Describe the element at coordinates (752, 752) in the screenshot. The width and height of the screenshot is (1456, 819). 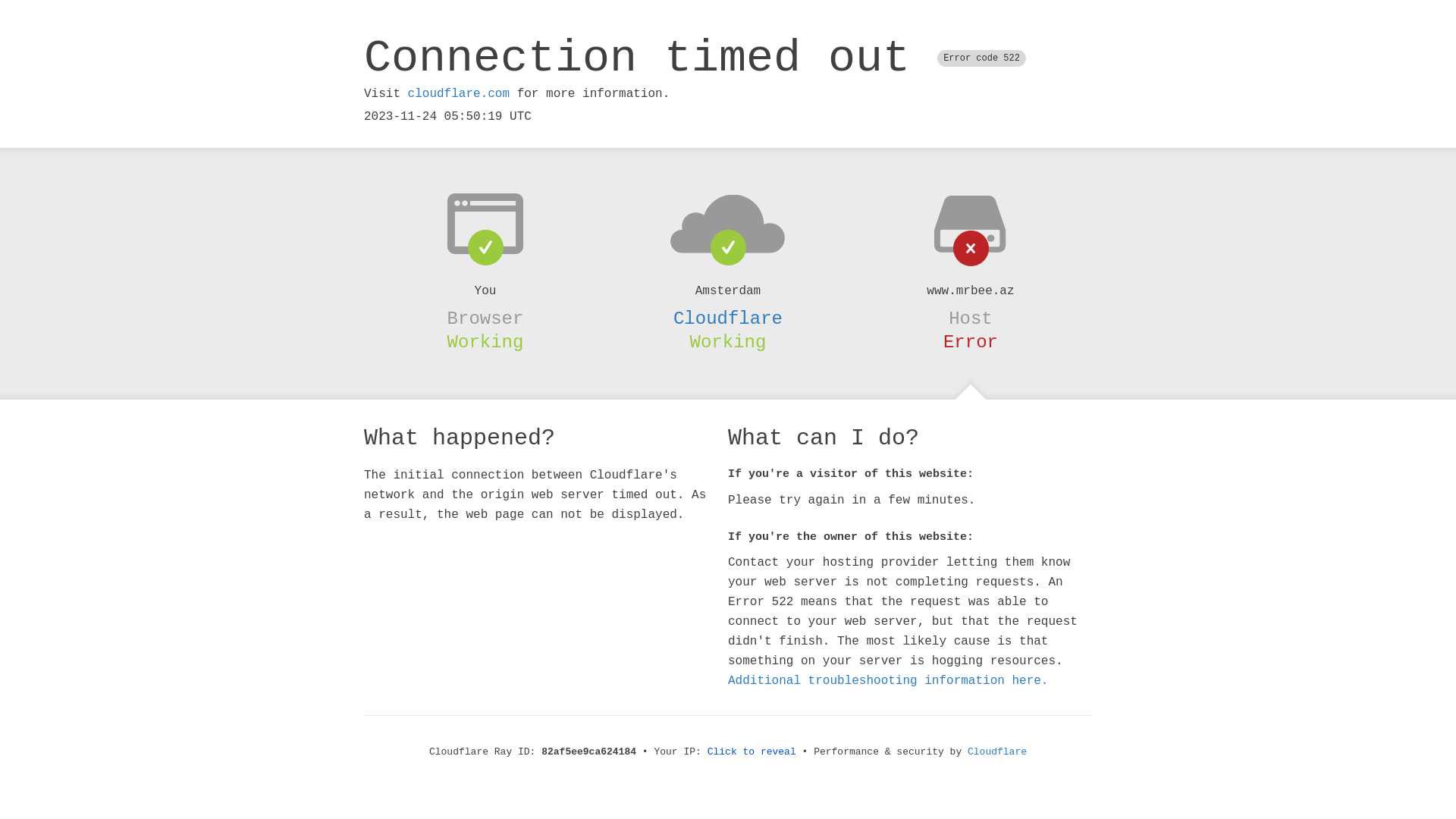
I see `'Click to reveal'` at that location.